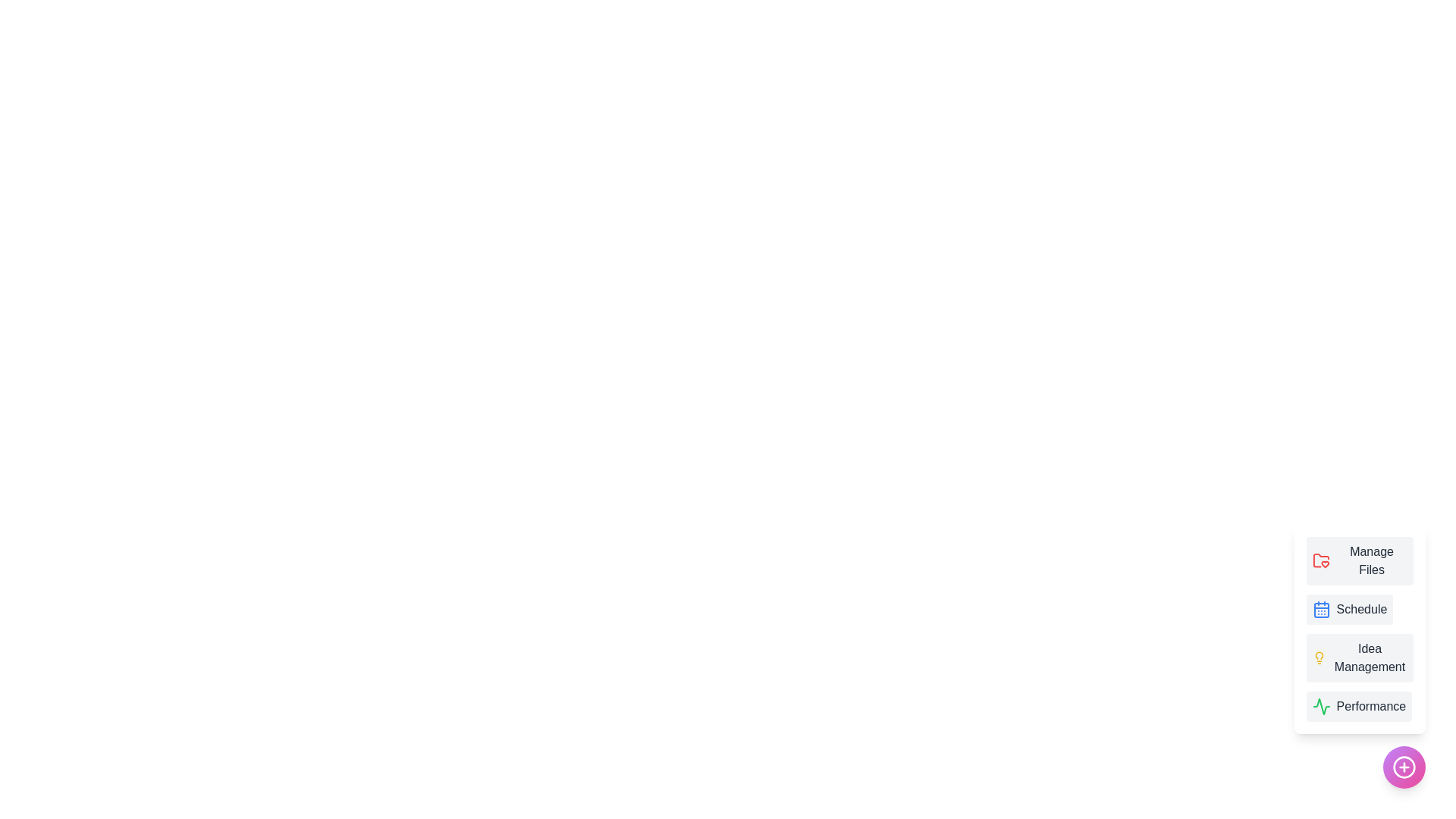 Image resolution: width=1456 pixels, height=819 pixels. What do you see at coordinates (1360, 561) in the screenshot?
I see `the 'Manage Files' button to select it` at bounding box center [1360, 561].